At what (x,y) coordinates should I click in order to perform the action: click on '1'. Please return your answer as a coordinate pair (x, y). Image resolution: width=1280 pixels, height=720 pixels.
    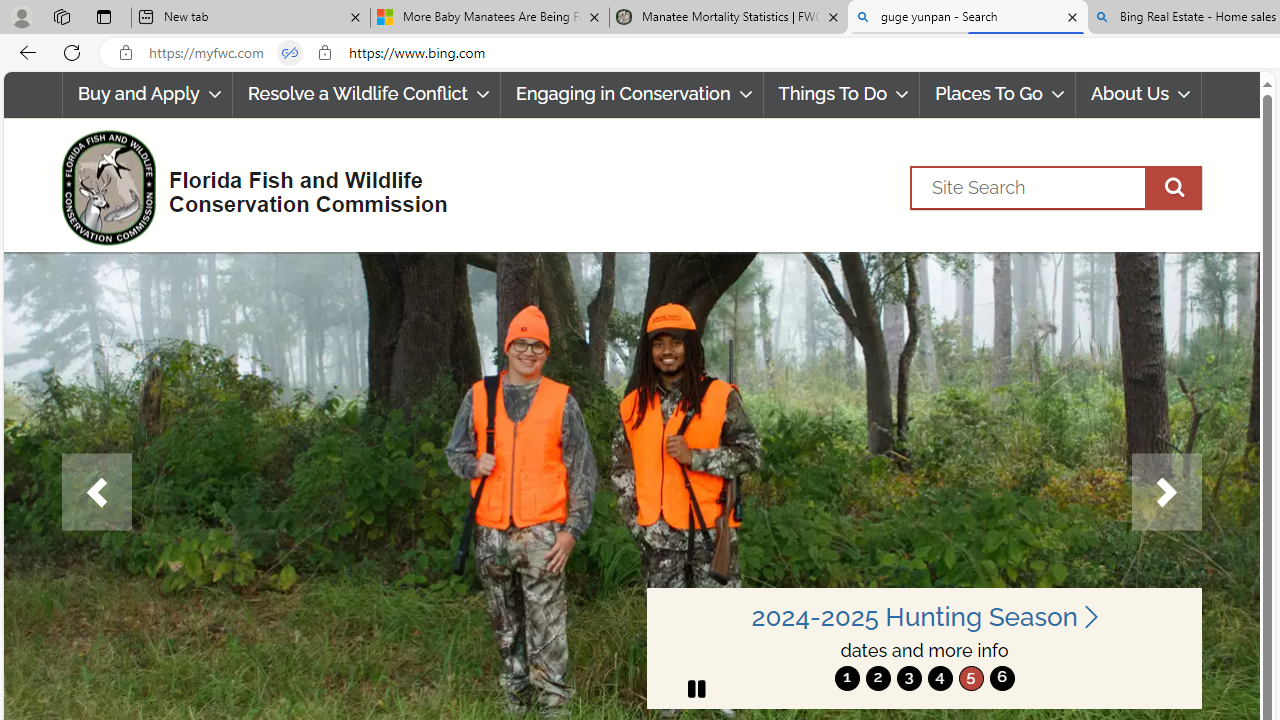
    Looking at the image, I should click on (847, 677).